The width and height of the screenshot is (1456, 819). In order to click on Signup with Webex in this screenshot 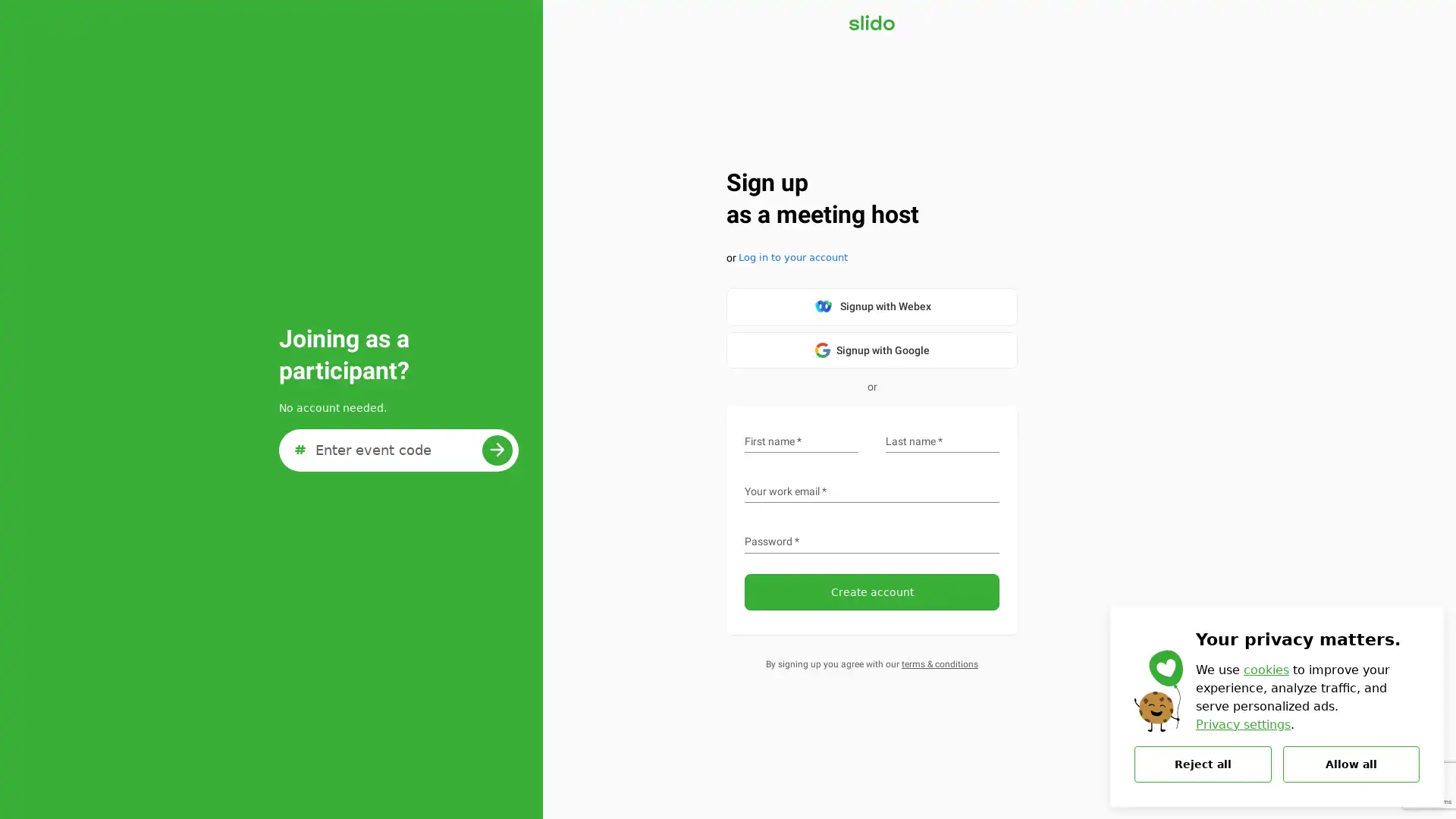, I will do `click(872, 306)`.